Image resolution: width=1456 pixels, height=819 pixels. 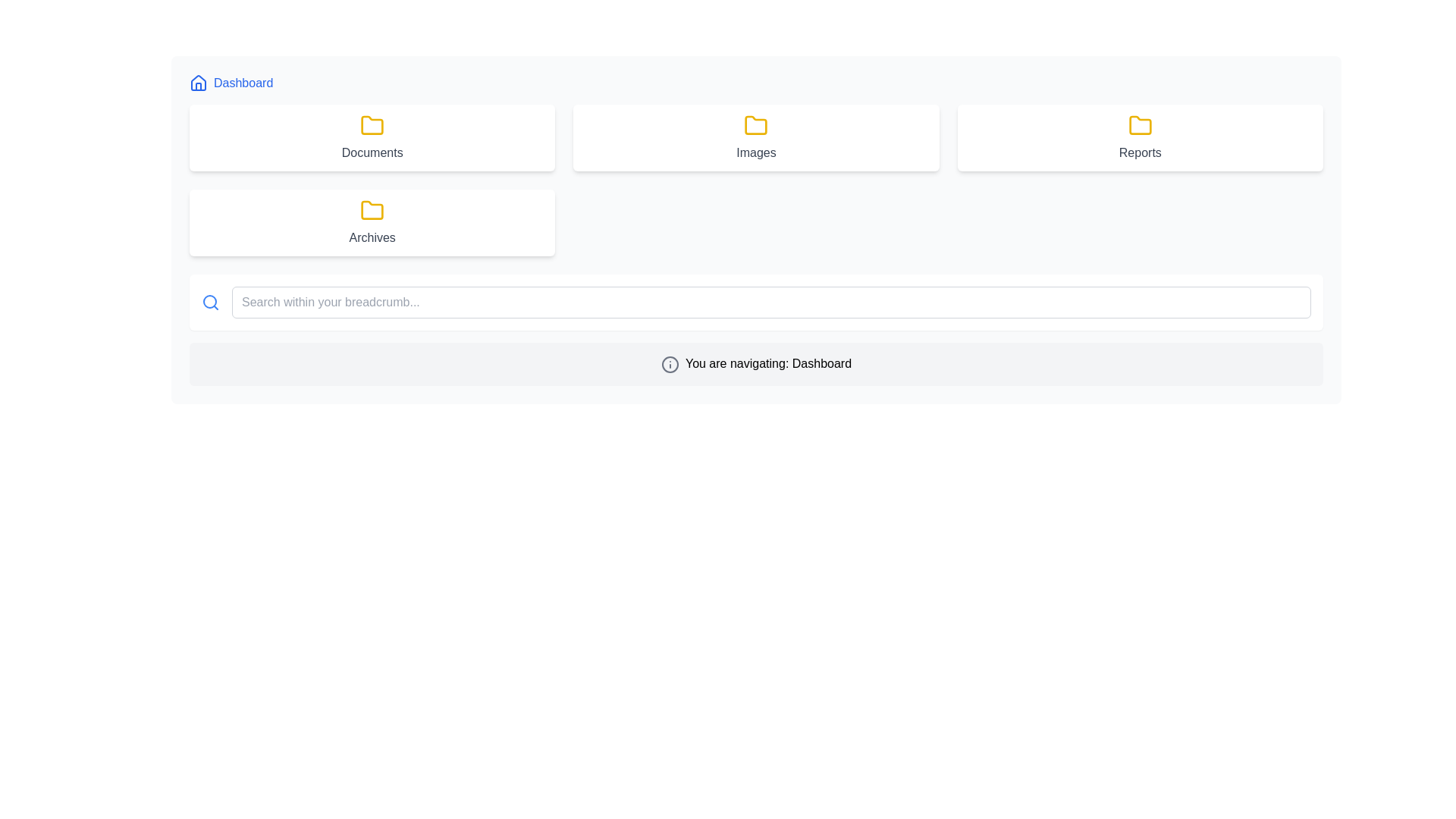 What do you see at coordinates (756, 152) in the screenshot?
I see `text content of the label indicating 'Images', located at the center of the third card from the left in the top row of the grid layout` at bounding box center [756, 152].